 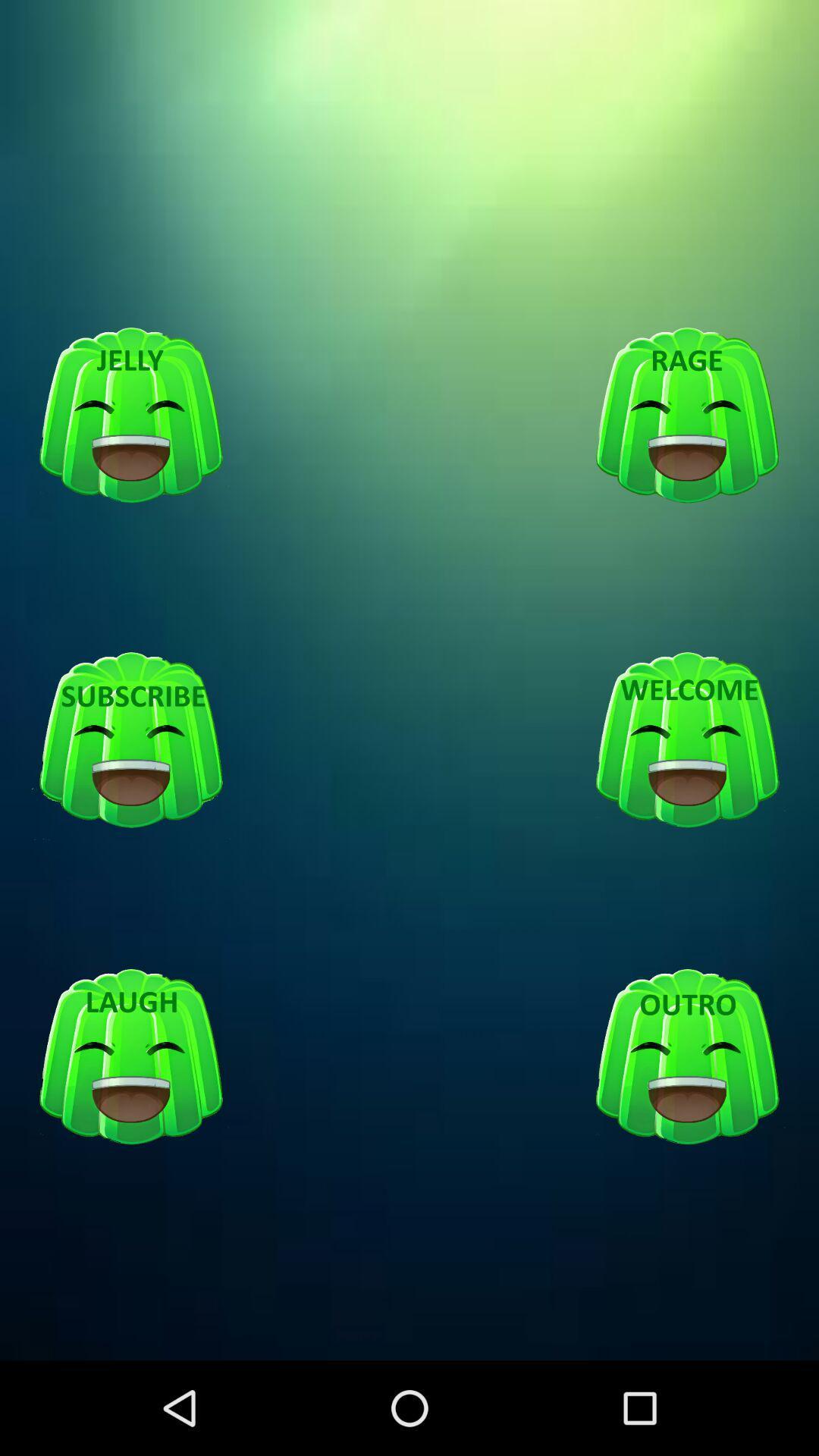 I want to click on rage option, so click(x=687, y=416).